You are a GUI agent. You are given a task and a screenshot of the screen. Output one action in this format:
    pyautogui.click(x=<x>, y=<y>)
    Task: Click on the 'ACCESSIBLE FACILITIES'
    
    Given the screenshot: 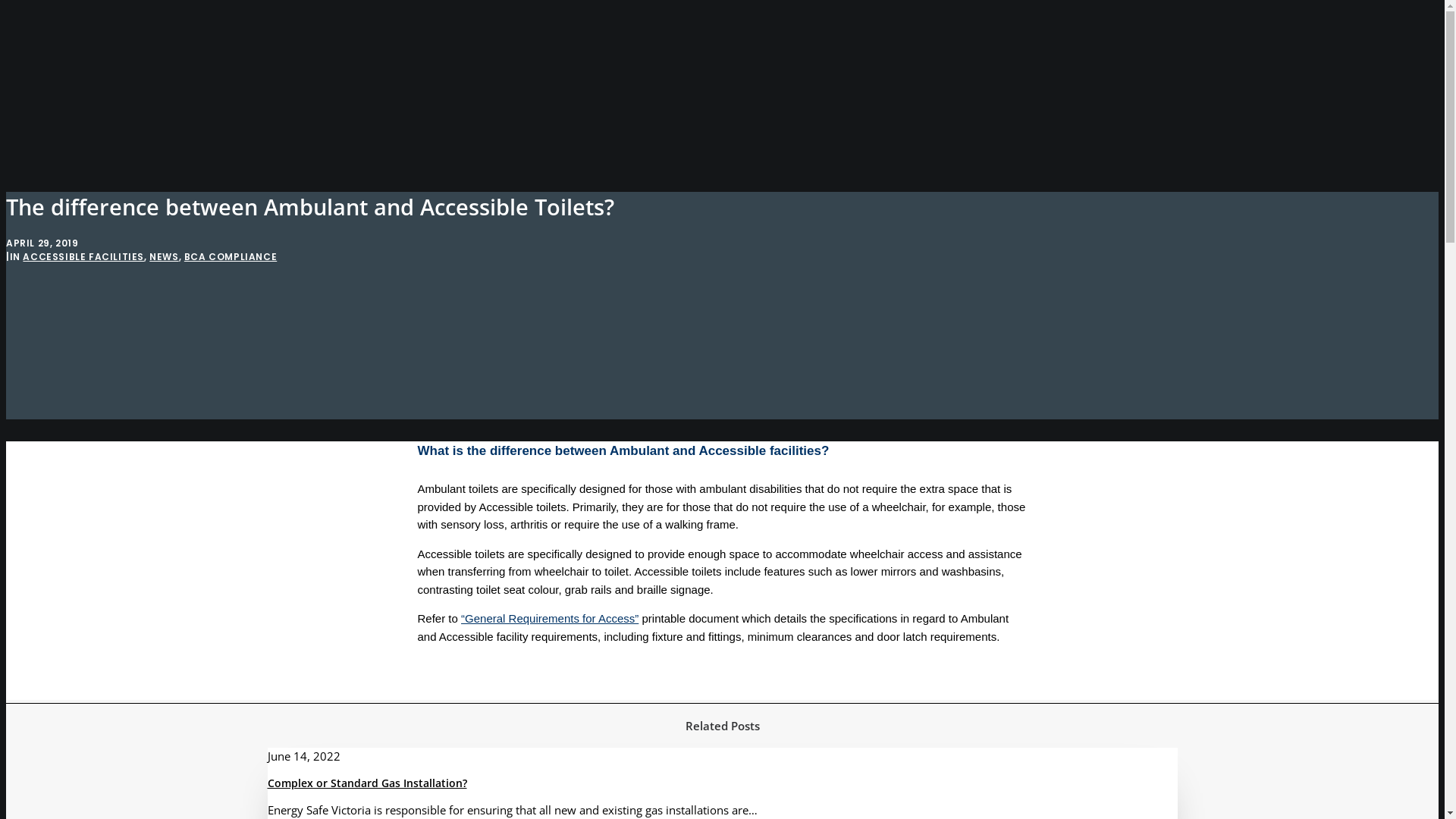 What is the action you would take?
    pyautogui.click(x=83, y=256)
    